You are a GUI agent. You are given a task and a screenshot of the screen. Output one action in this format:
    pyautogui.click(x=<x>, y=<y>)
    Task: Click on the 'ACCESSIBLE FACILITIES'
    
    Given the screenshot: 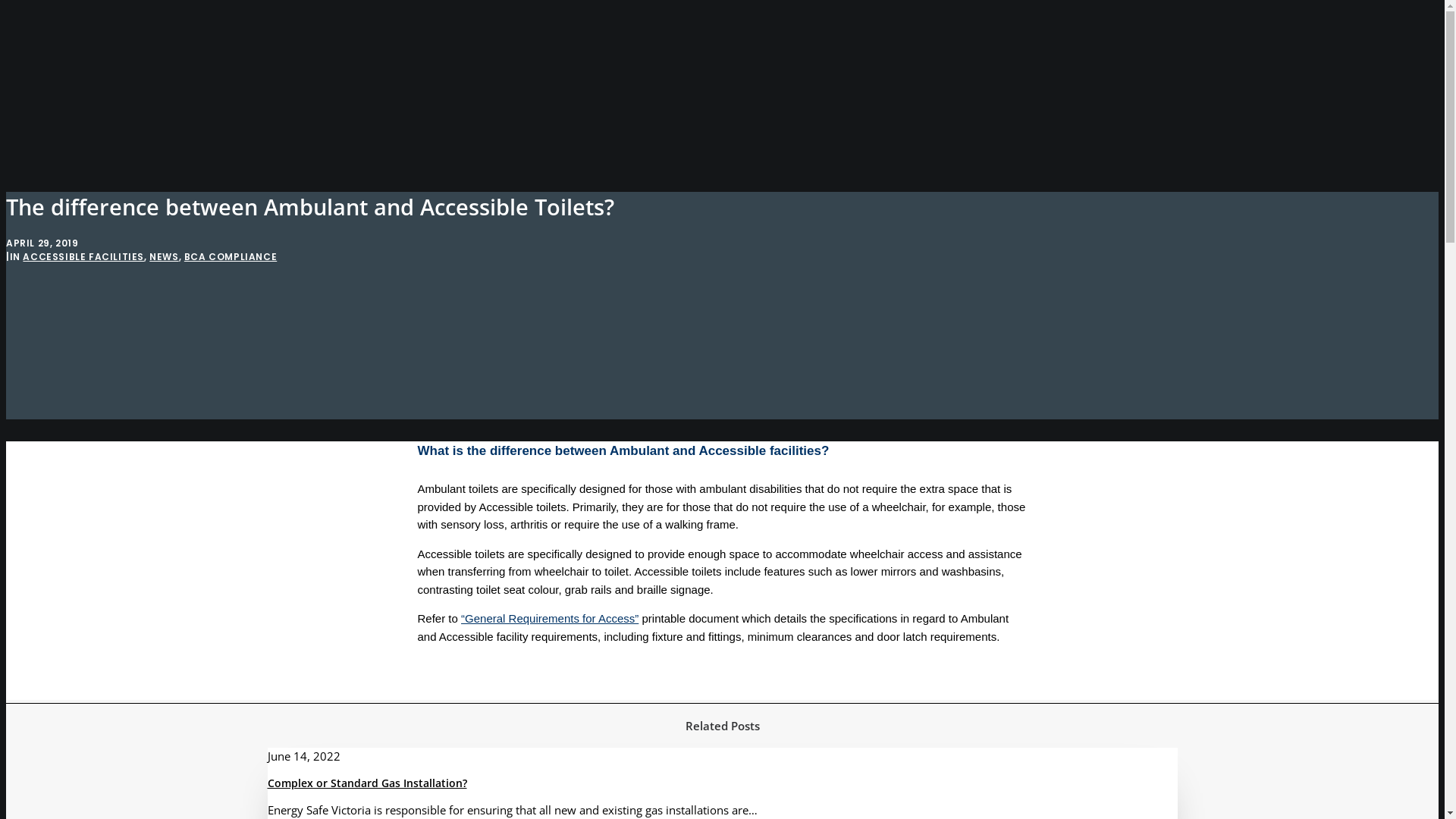 What is the action you would take?
    pyautogui.click(x=83, y=256)
    